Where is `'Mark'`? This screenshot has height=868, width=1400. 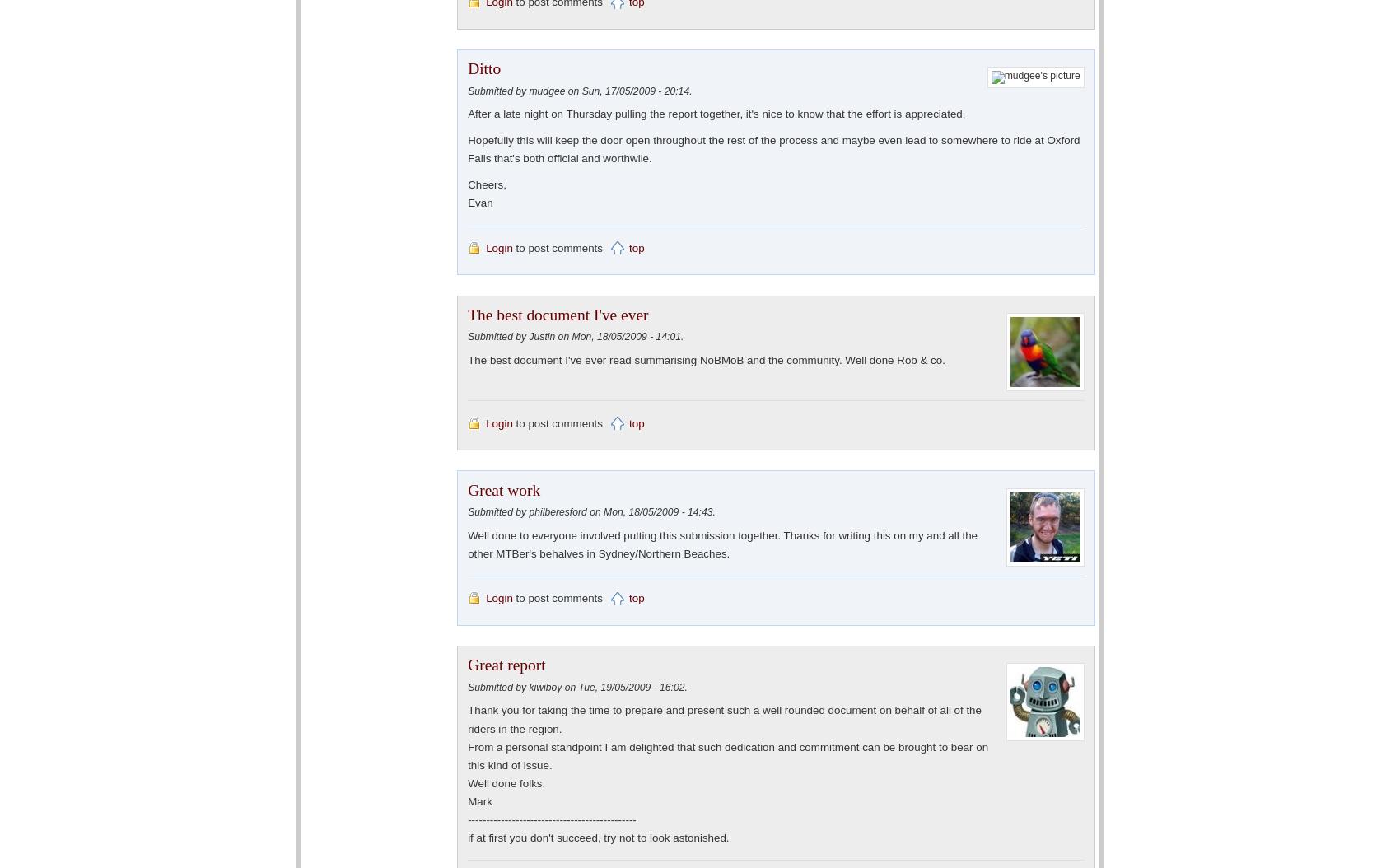
'Mark' is located at coordinates (478, 800).